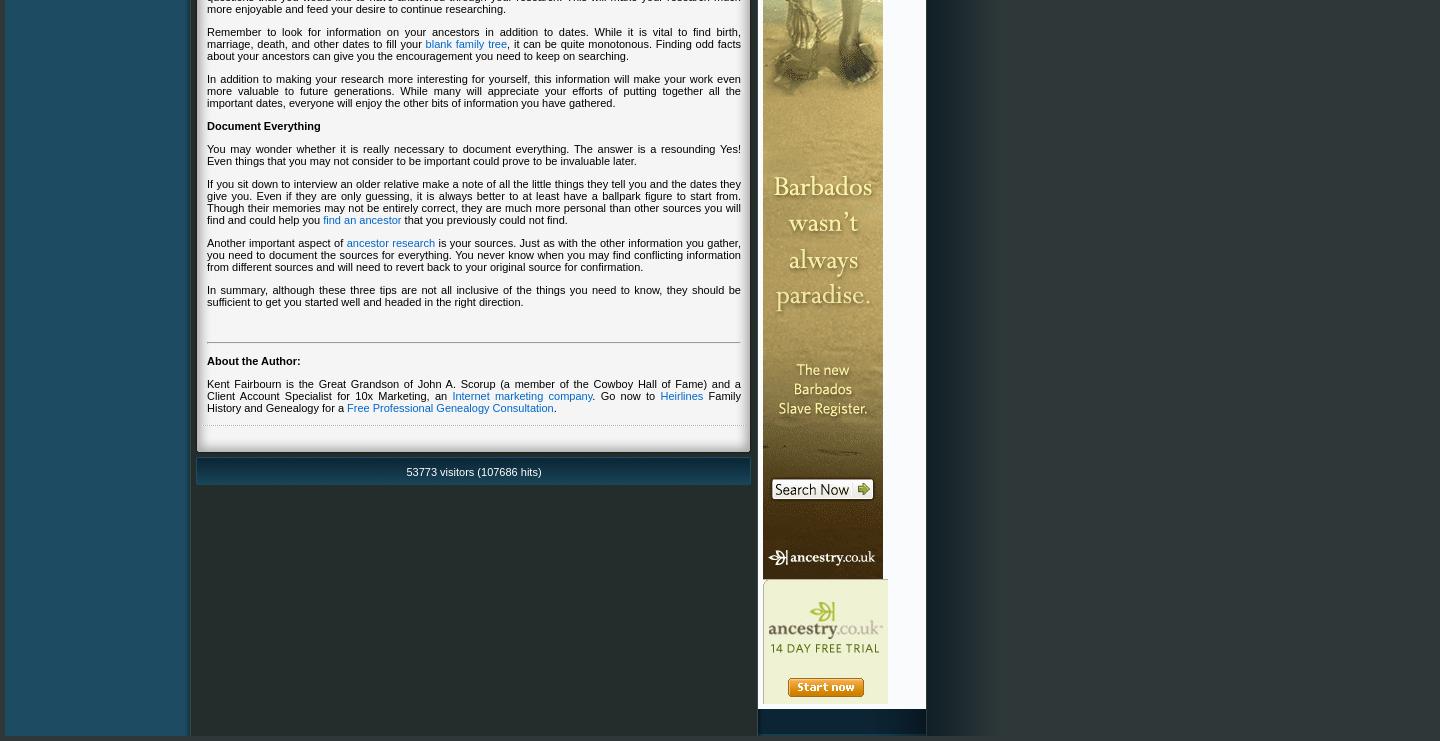 This screenshot has width=1440, height=741. Describe the element at coordinates (681, 395) in the screenshot. I see `'Heirlines'` at that location.